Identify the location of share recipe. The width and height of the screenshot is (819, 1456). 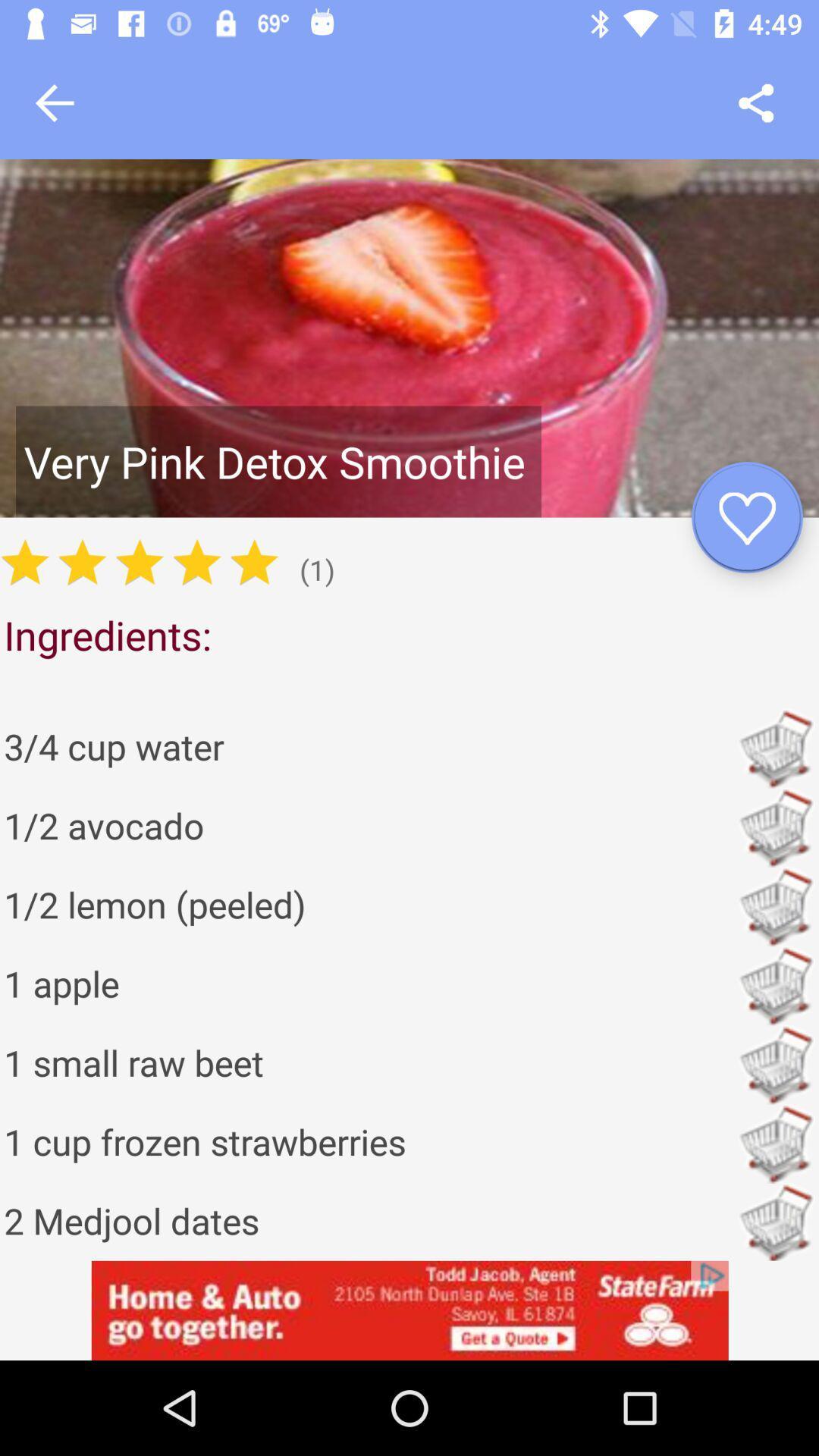
(756, 102).